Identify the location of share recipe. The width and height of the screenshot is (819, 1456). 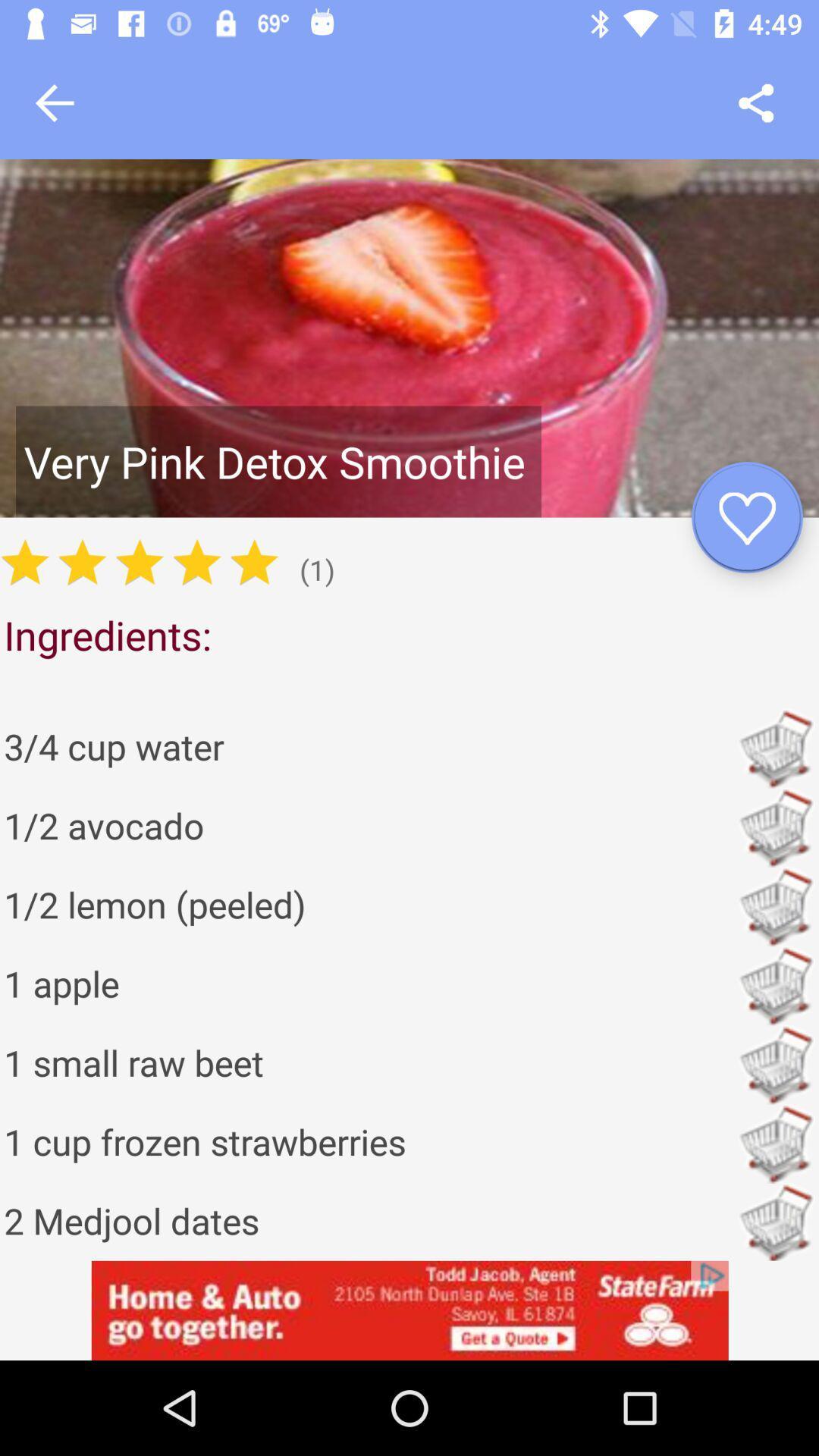
(756, 102).